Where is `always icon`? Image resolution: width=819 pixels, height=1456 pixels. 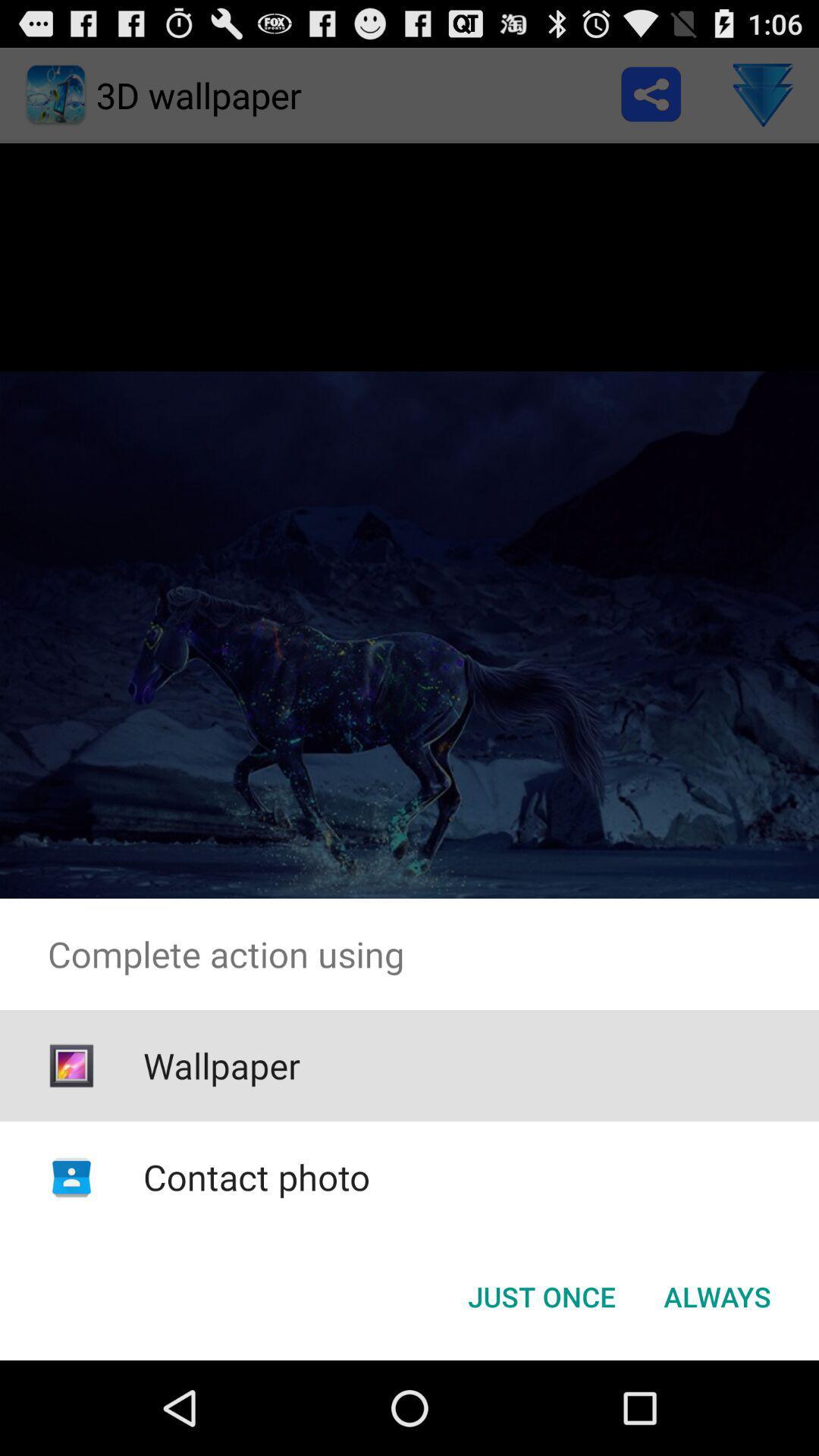 always icon is located at coordinates (717, 1295).